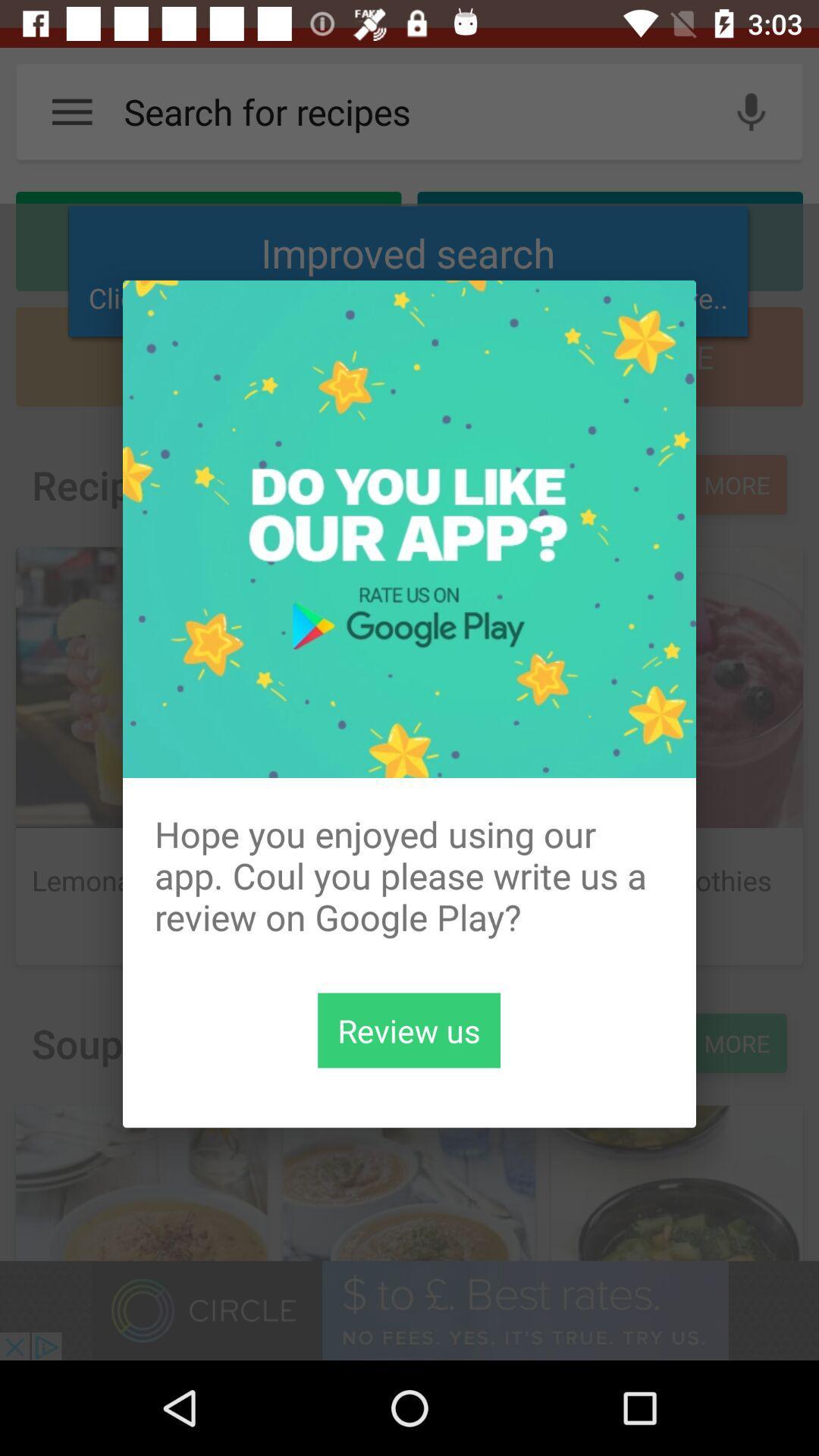 The image size is (819, 1456). I want to click on review us, so click(408, 1030).